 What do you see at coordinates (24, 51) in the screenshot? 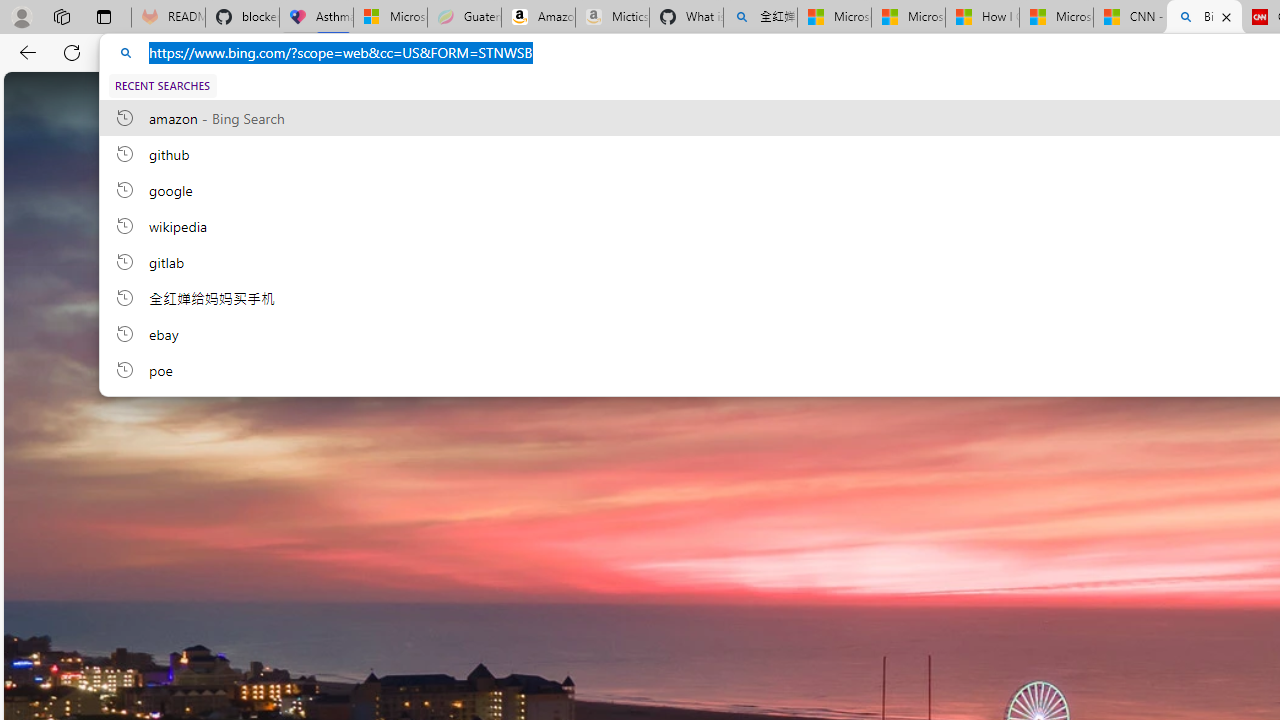
I see `'Back'` at bounding box center [24, 51].